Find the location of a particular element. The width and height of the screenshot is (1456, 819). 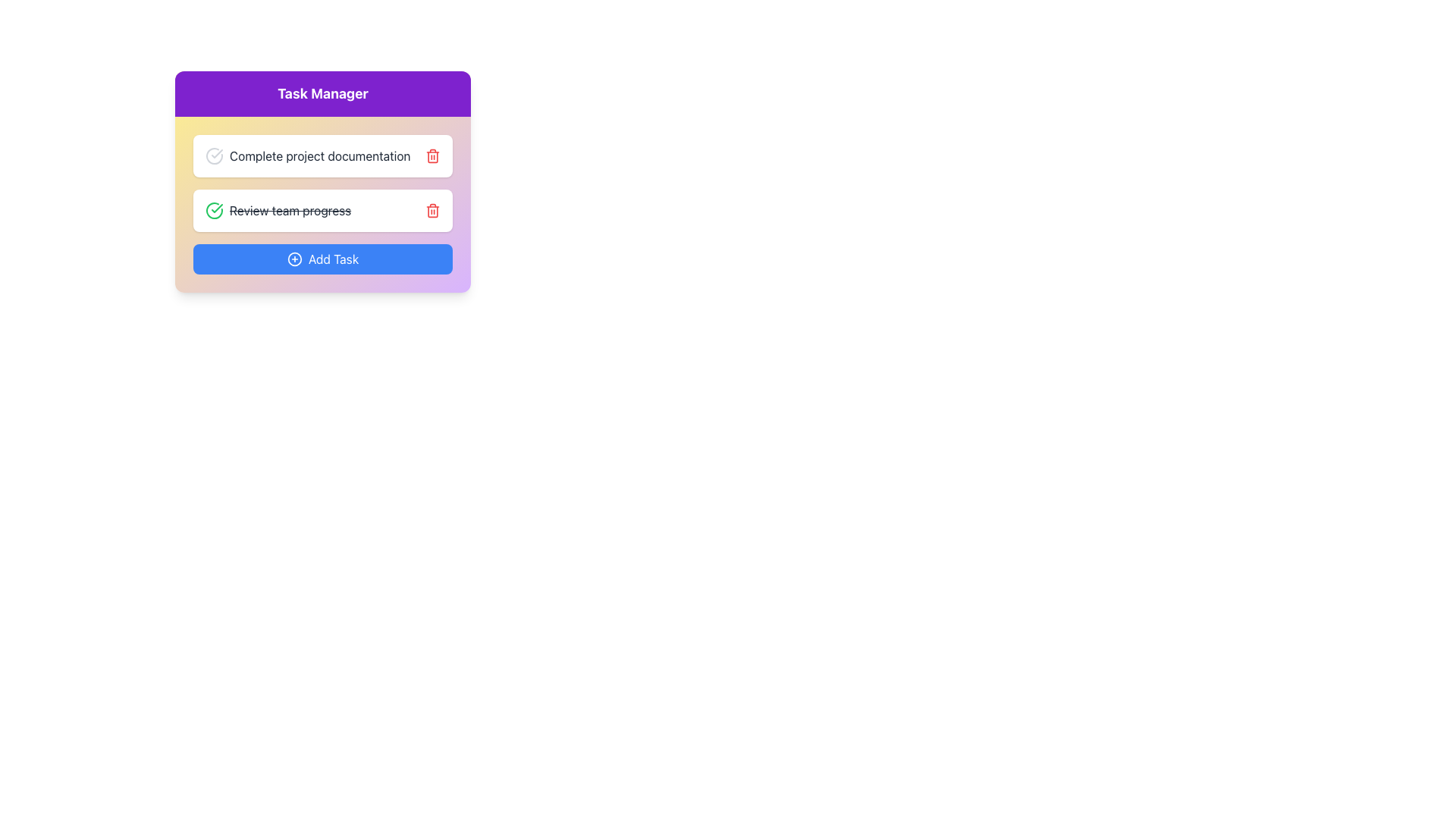

the red trash bin icon button located at the far right of the second task card labeled 'Review team progress' is located at coordinates (432, 210).